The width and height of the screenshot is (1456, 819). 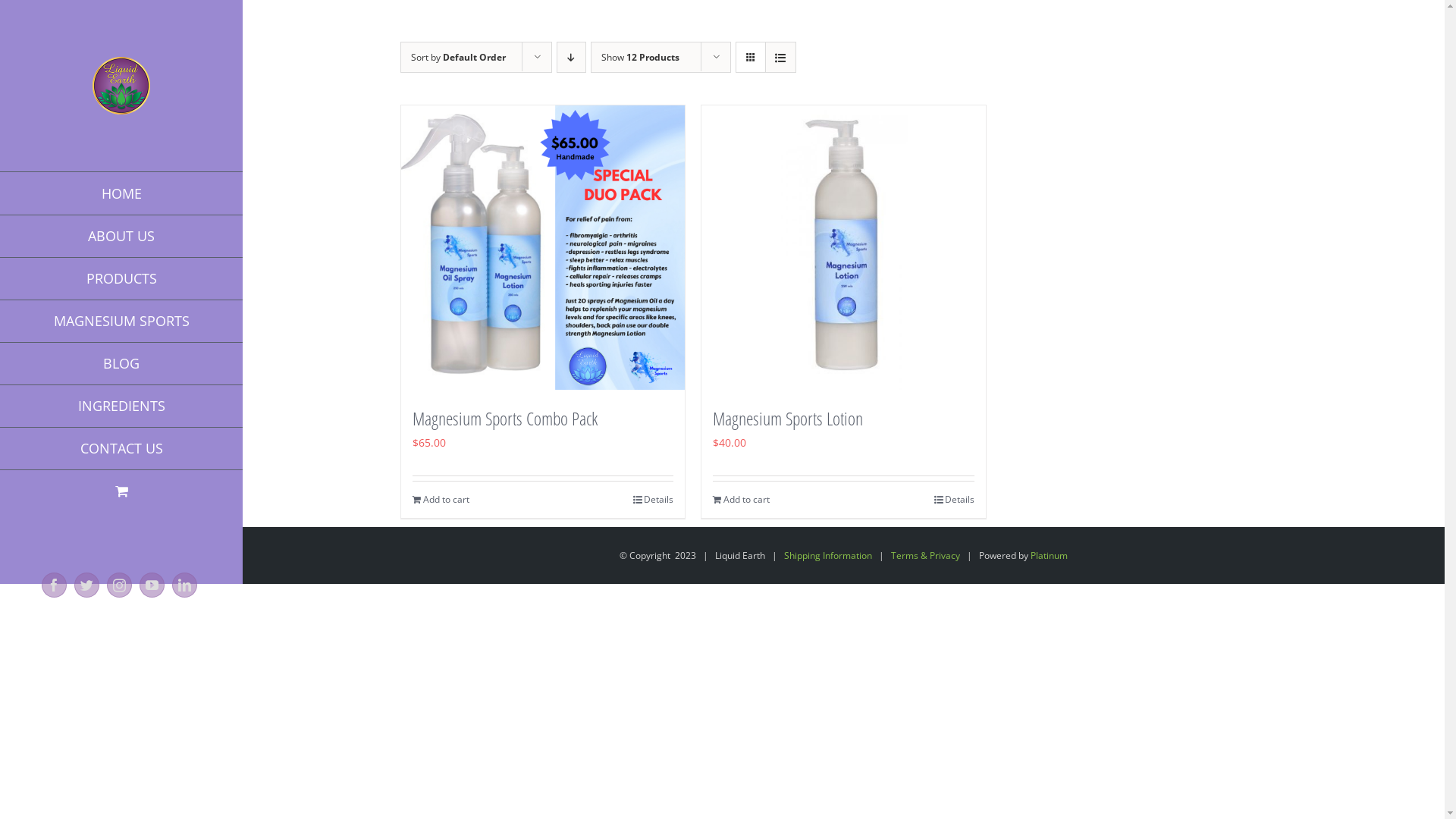 What do you see at coordinates (118, 584) in the screenshot?
I see `'Instagram'` at bounding box center [118, 584].